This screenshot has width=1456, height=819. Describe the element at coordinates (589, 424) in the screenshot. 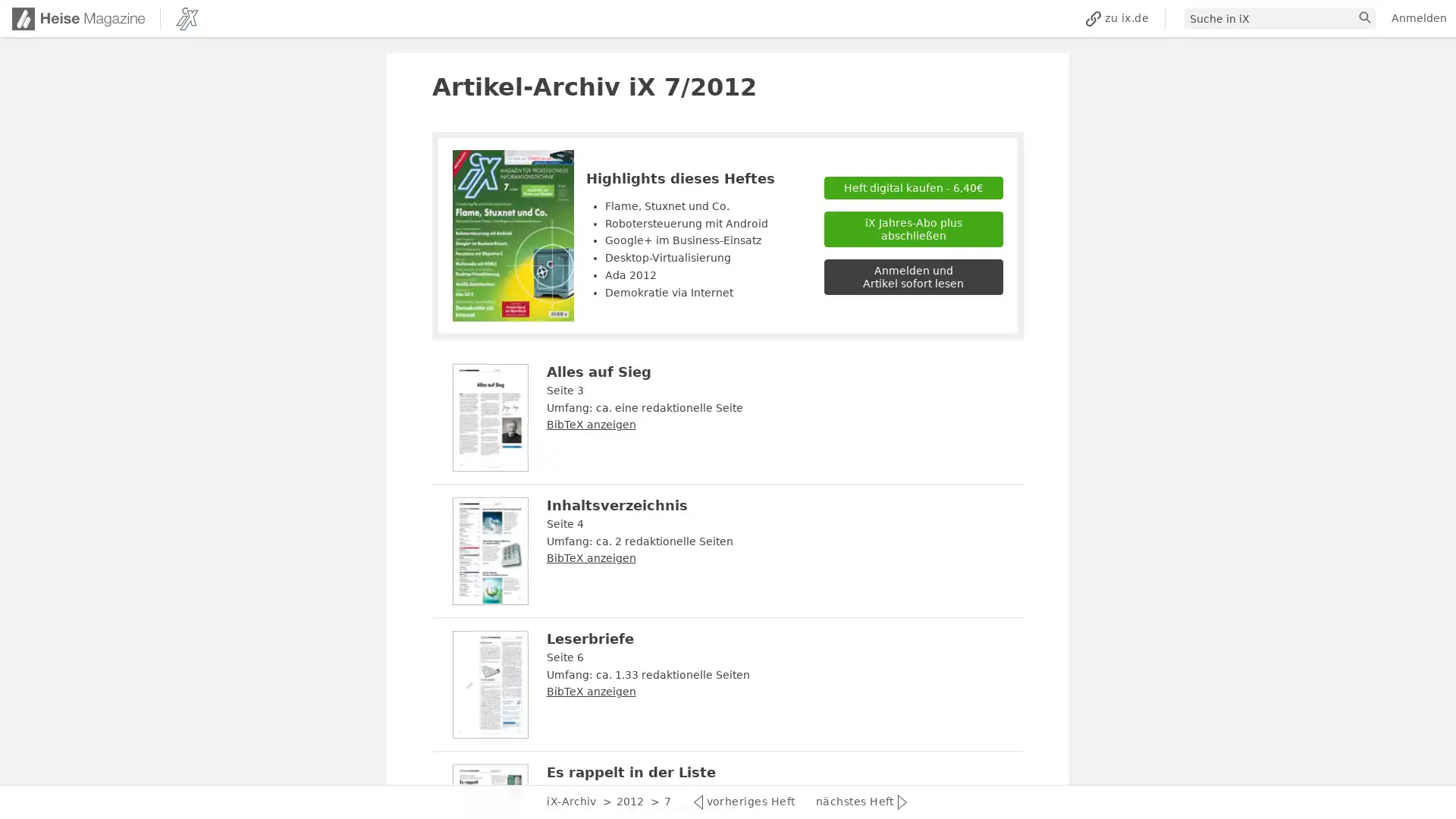

I see `BibTeX anzeigen` at that location.